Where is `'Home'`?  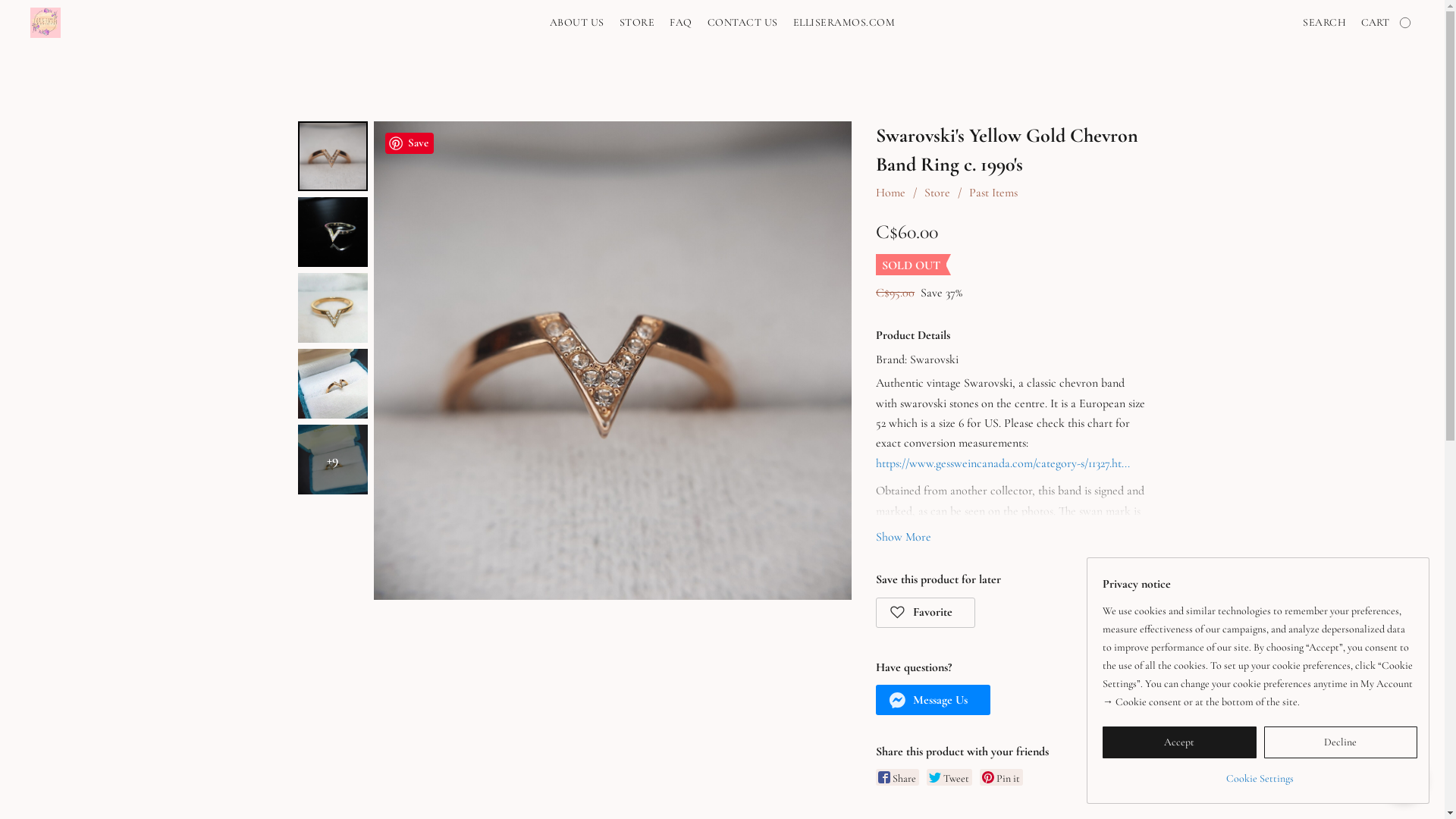 'Home' is located at coordinates (890, 192).